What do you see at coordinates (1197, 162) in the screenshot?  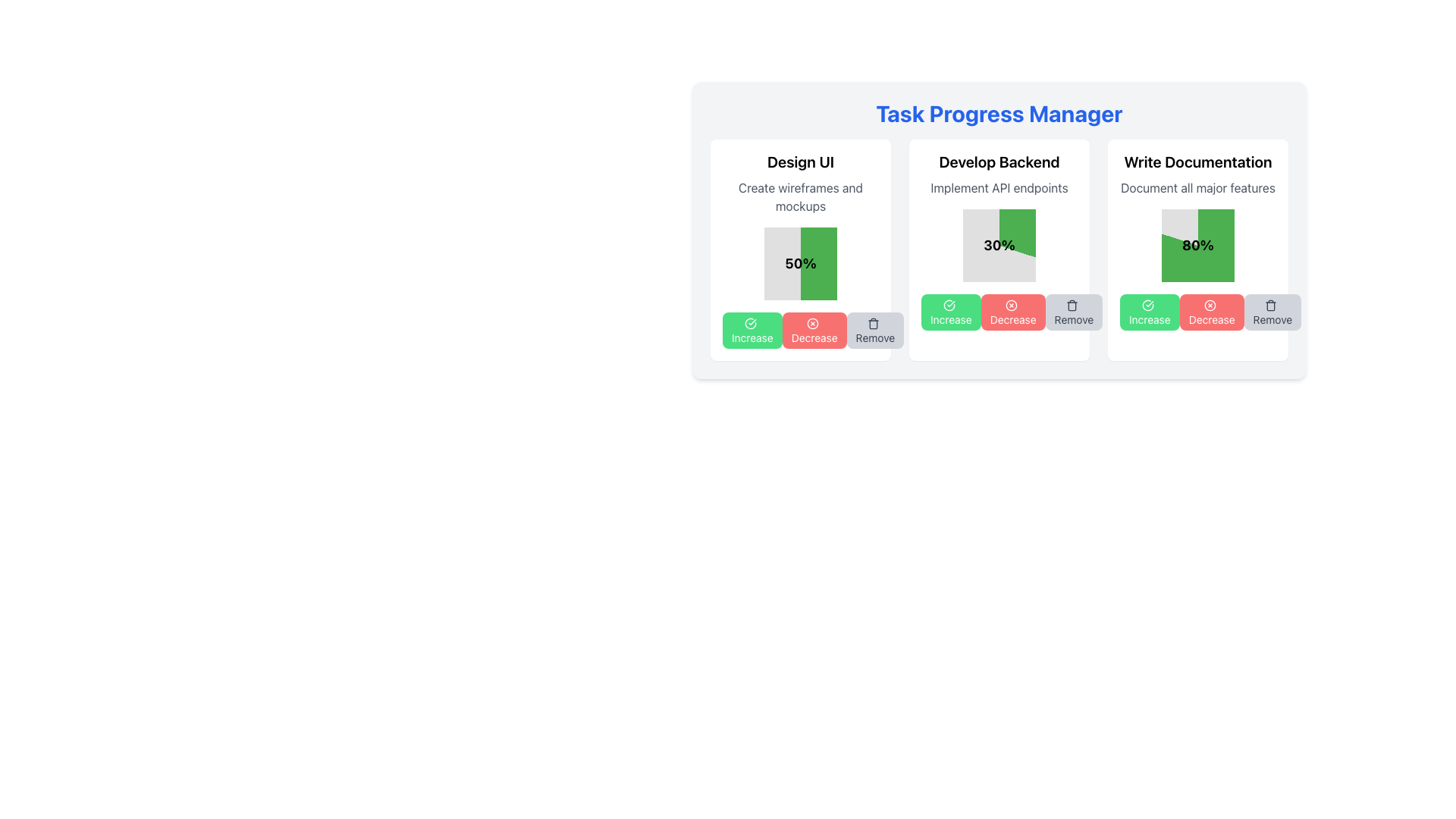 I see `the static text element displaying 'Write Documentation' located at the top of the box associated with the third task` at bounding box center [1197, 162].